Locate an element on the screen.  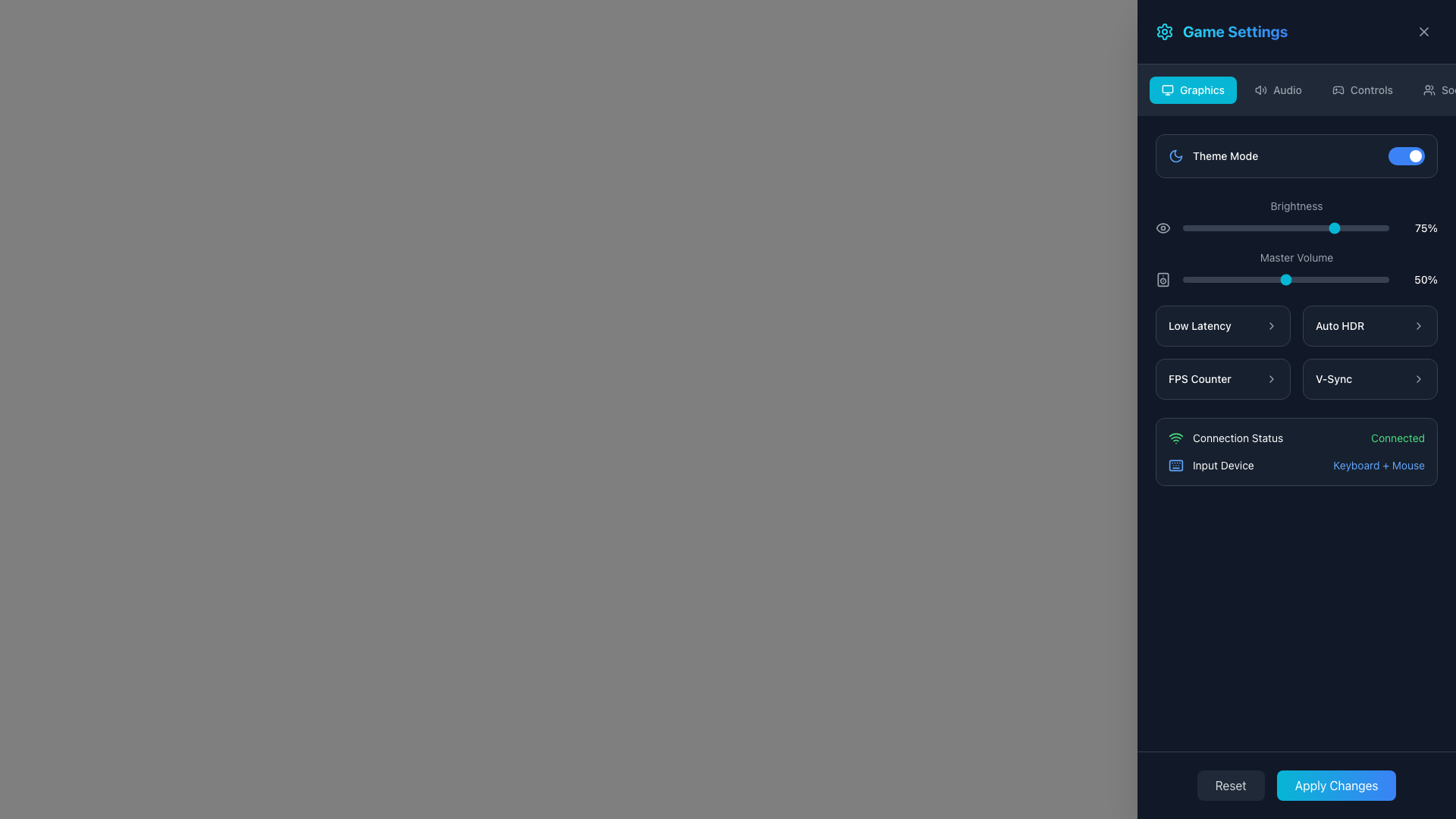
the 'Auto HDR' label in the graphics settings section, which indicates the title of the Auto HDR feature is located at coordinates (1340, 325).